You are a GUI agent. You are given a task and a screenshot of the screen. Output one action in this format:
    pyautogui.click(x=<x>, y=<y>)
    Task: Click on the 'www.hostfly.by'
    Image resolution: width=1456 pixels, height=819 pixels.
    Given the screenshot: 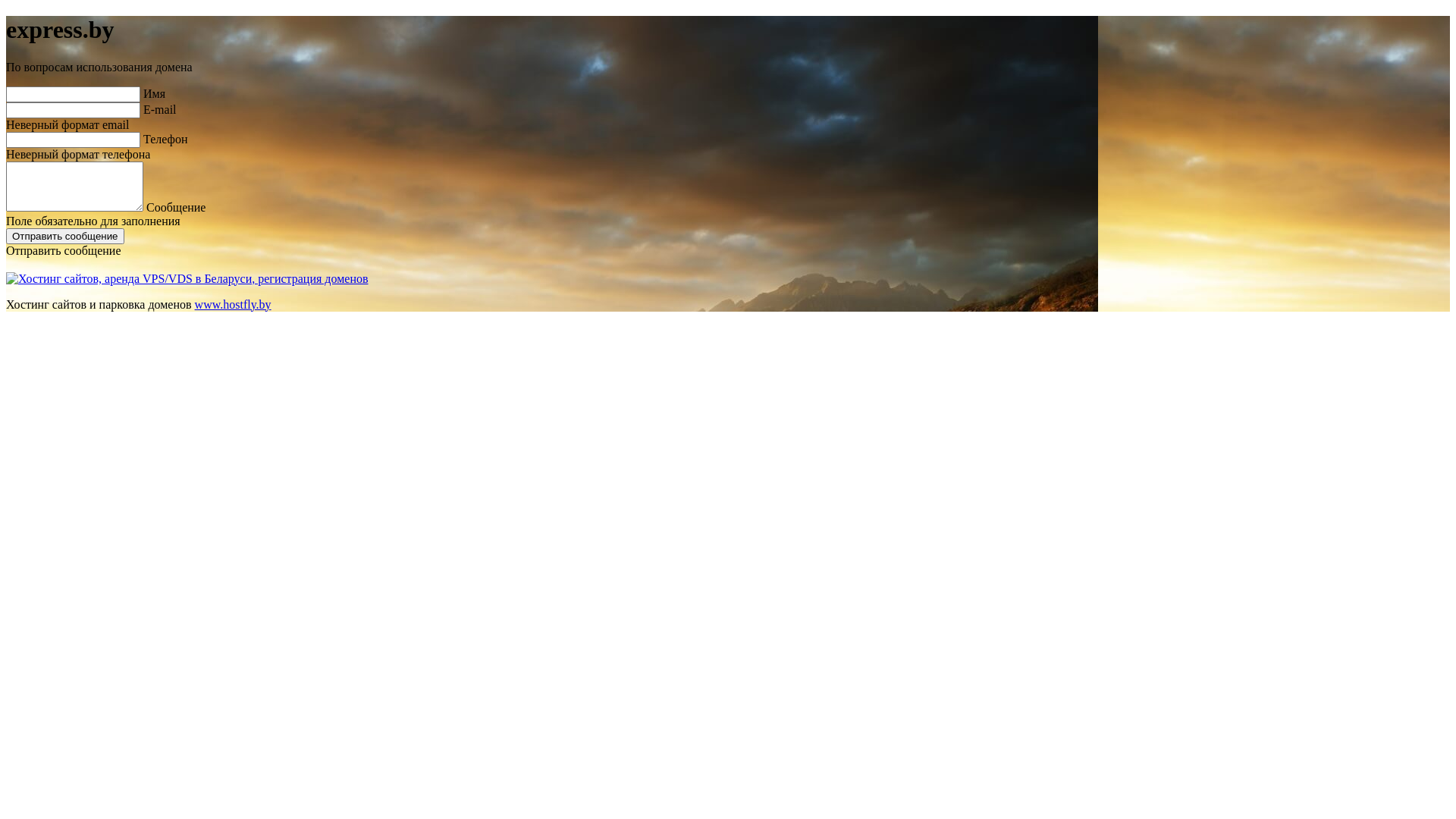 What is the action you would take?
    pyautogui.click(x=232, y=304)
    